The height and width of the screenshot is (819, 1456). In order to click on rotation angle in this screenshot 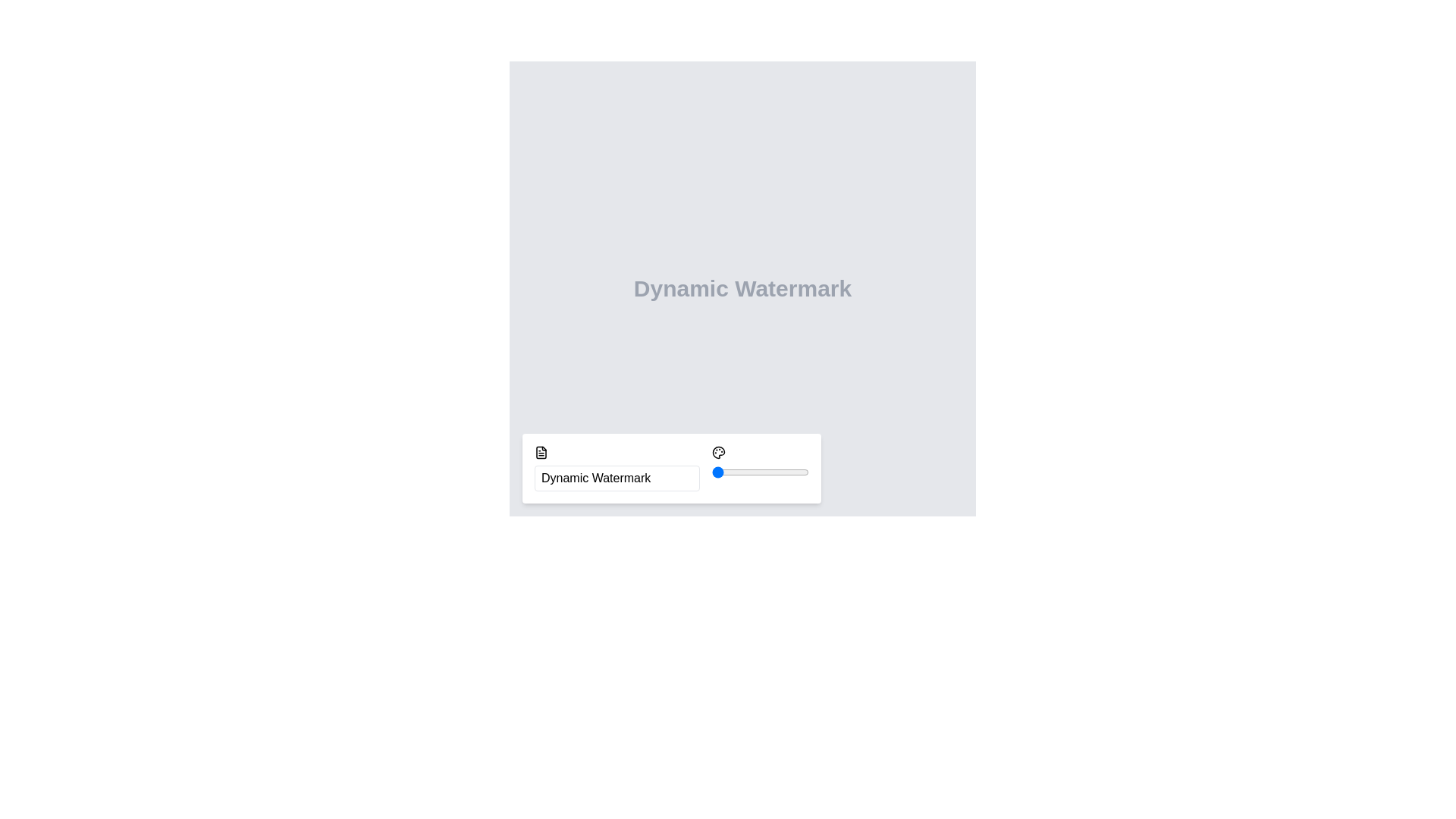, I will do `click(788, 472)`.